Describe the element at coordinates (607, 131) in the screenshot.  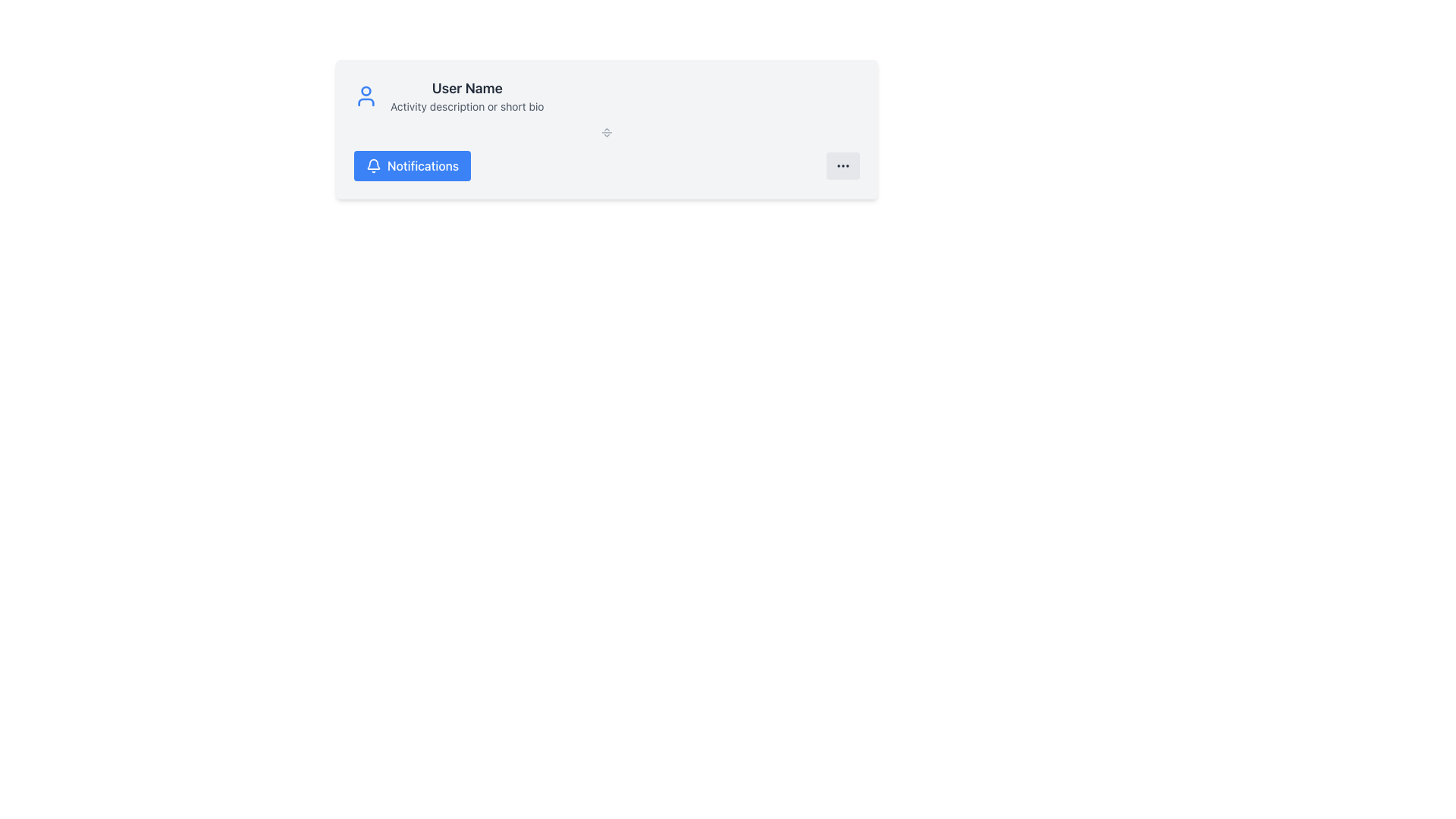
I see `the Separator element that visually divides user details from actions, located centrally below the username and activity description, and above the notification button` at that location.